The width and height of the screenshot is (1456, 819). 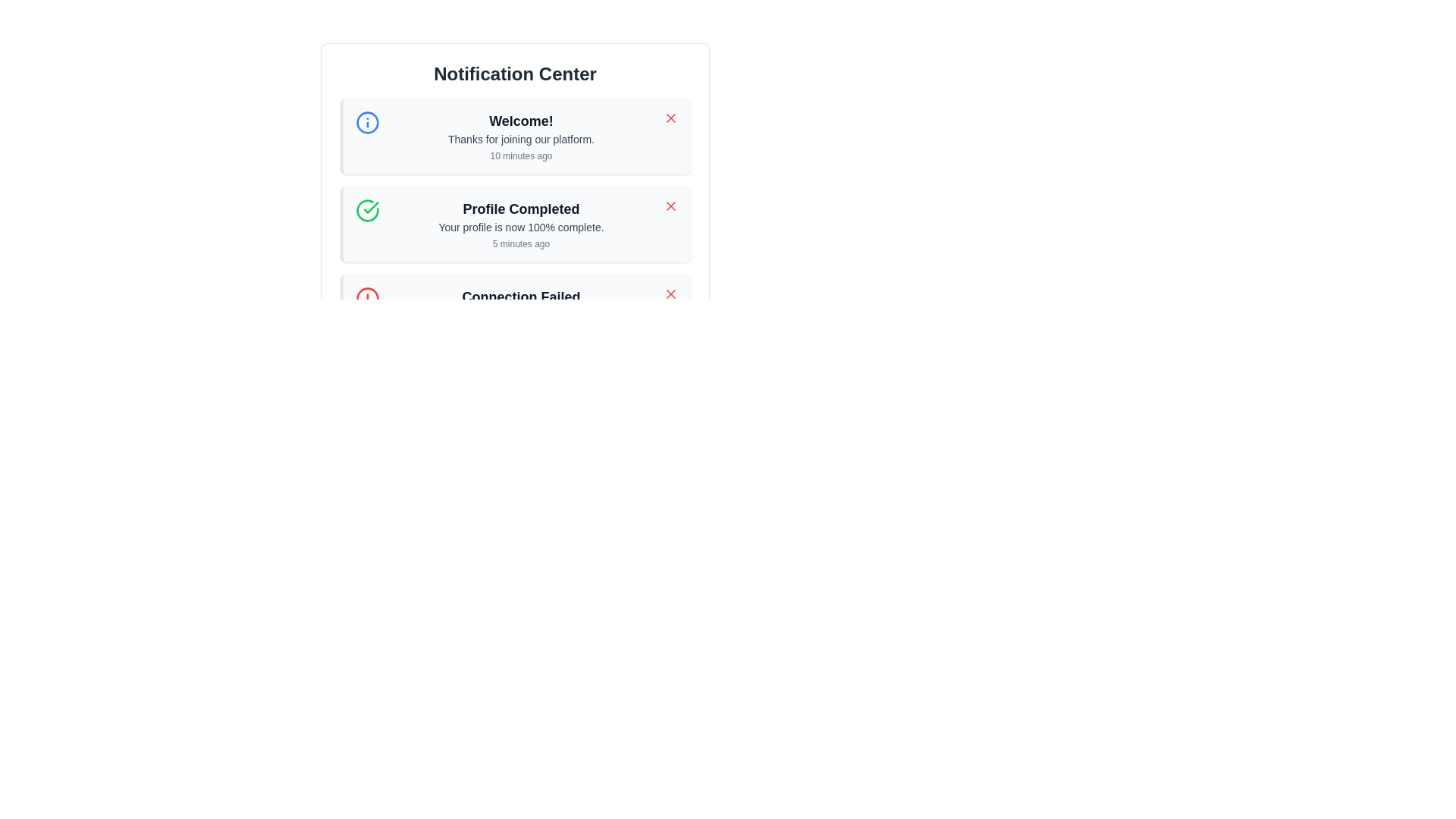 I want to click on the Static Text Label at the top of the notification panel, which serves as a heading providing context for the content, so click(x=515, y=74).